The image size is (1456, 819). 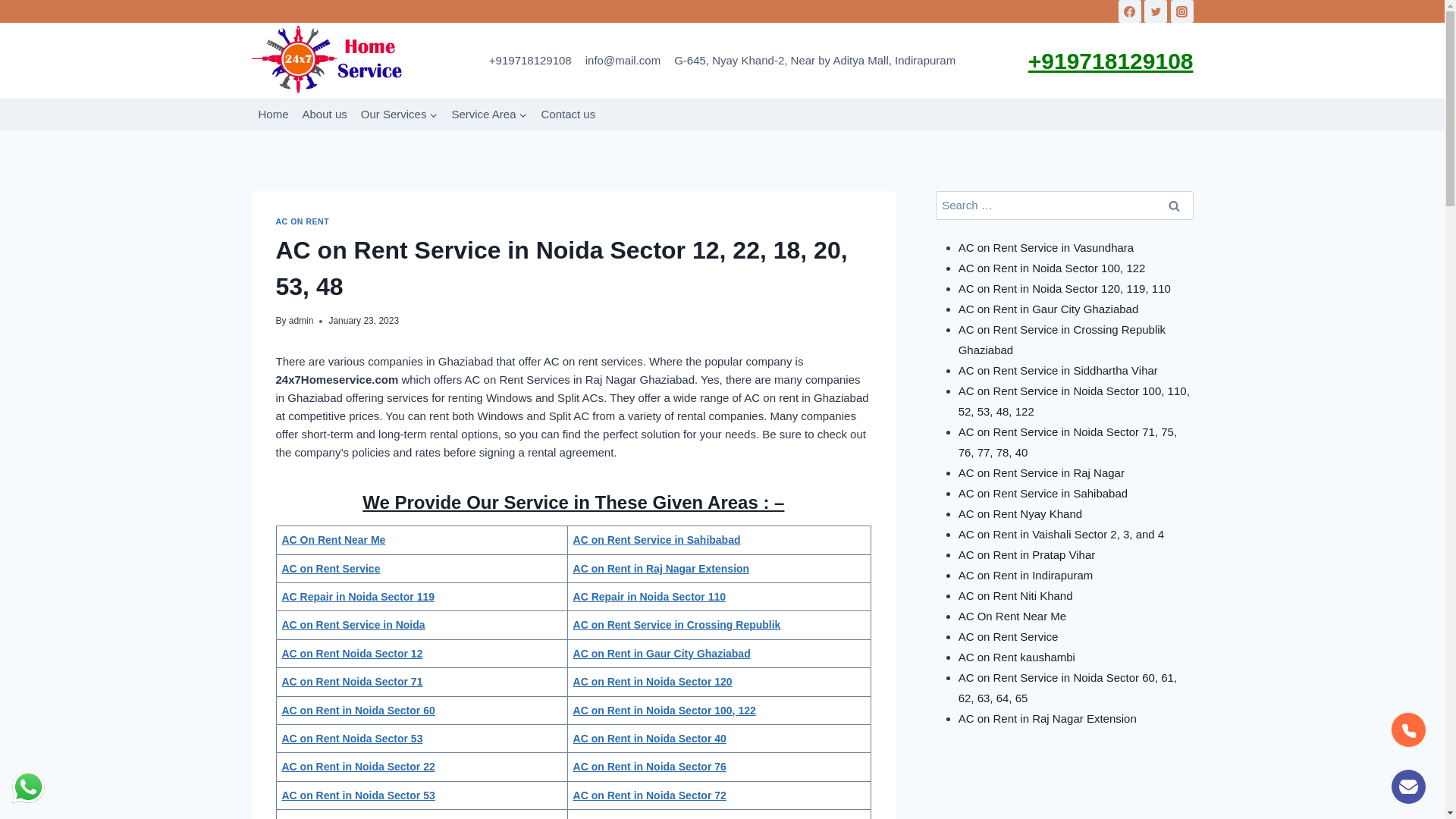 What do you see at coordinates (530, 60) in the screenshot?
I see `'+919718129108'` at bounding box center [530, 60].